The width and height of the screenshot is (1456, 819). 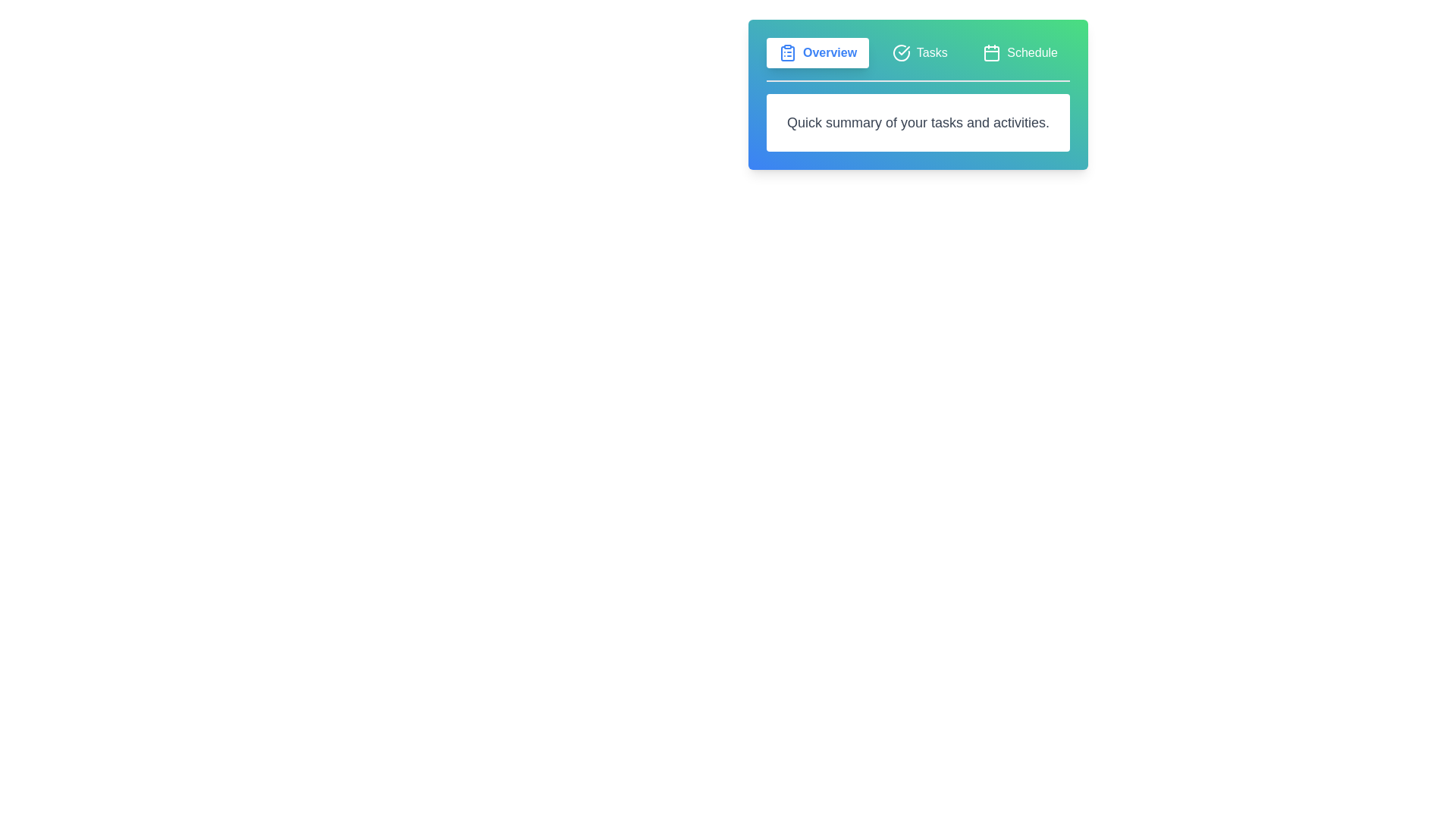 I want to click on the Tasks tab by clicking on it, so click(x=919, y=52).